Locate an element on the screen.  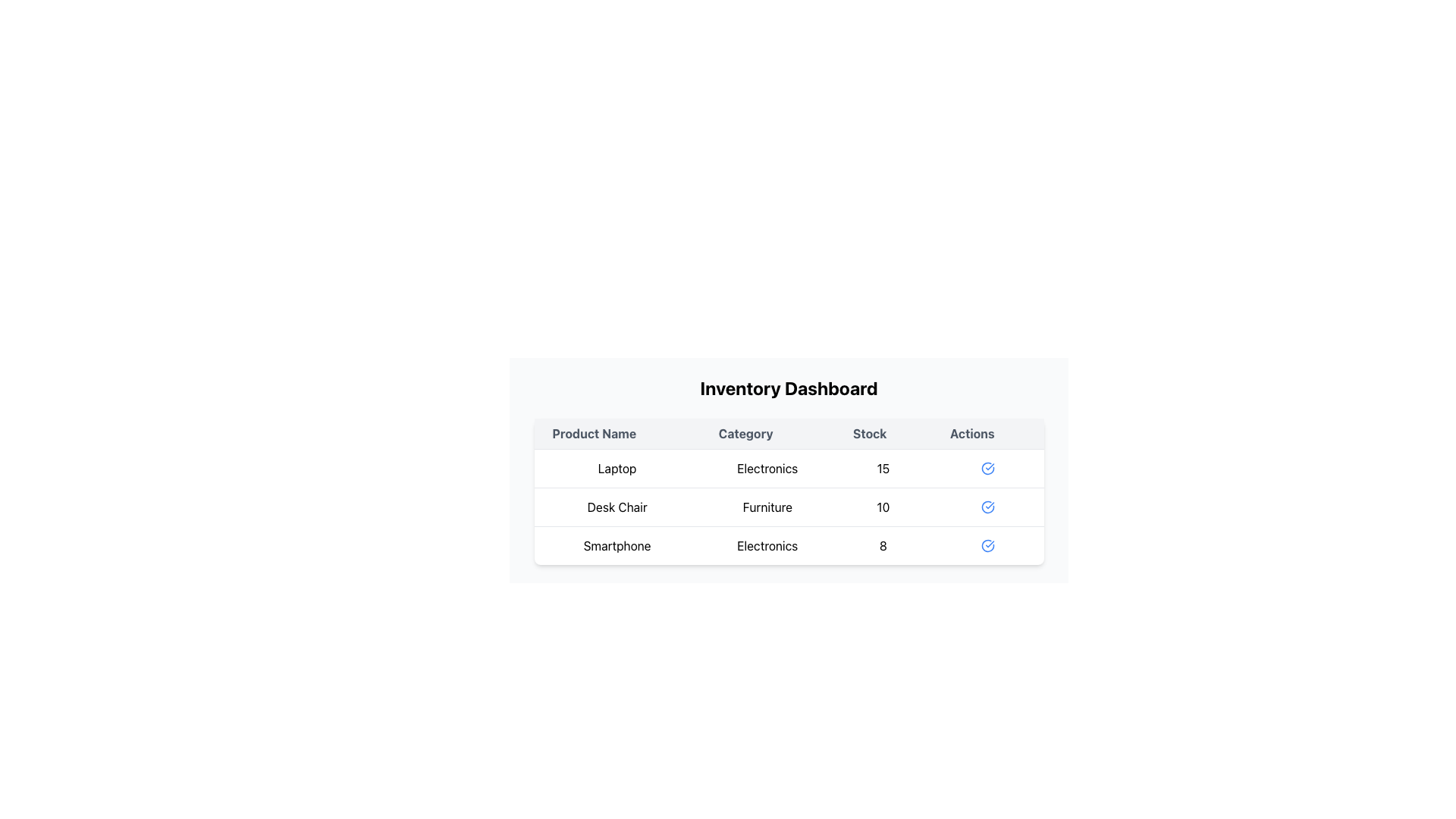
the numeric text '8' in the last column under the 'Stock' header of the table, which is aligned with the row containing 'Smartphone' in the 'Product Name' column is located at coordinates (883, 544).